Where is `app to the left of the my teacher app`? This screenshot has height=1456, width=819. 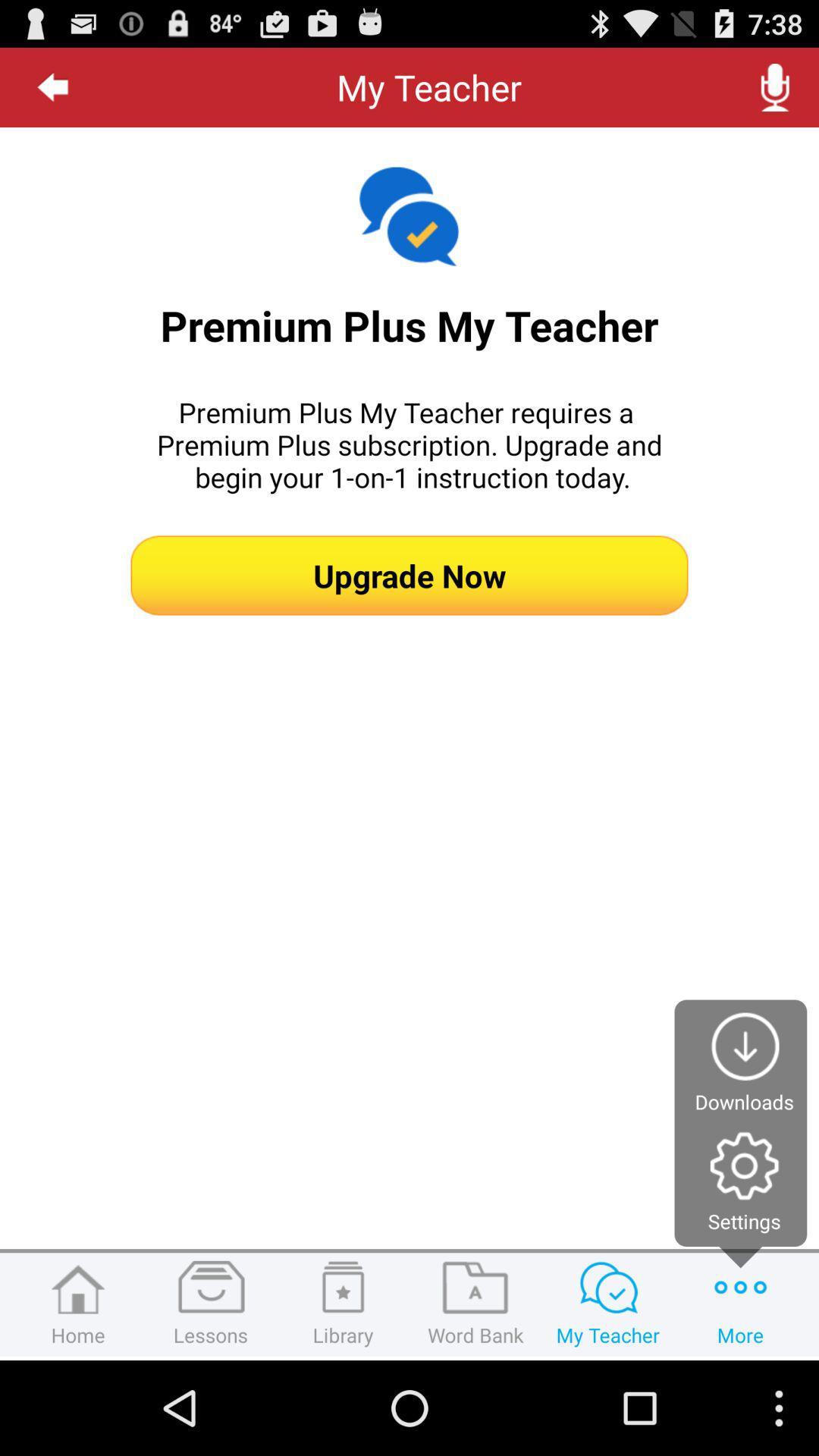
app to the left of the my teacher app is located at coordinates (52, 86).